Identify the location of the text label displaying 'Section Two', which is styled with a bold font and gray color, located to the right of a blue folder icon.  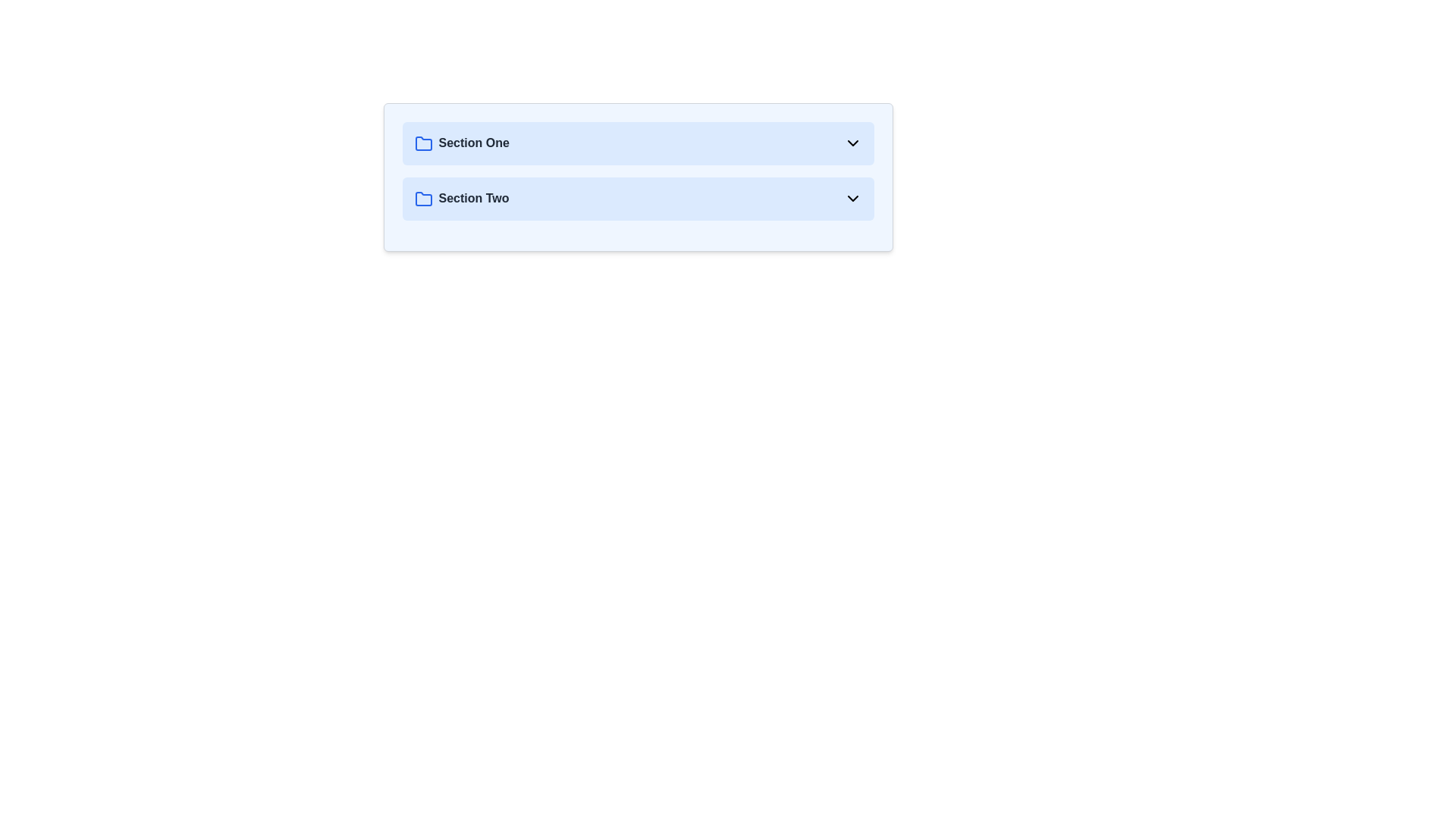
(461, 198).